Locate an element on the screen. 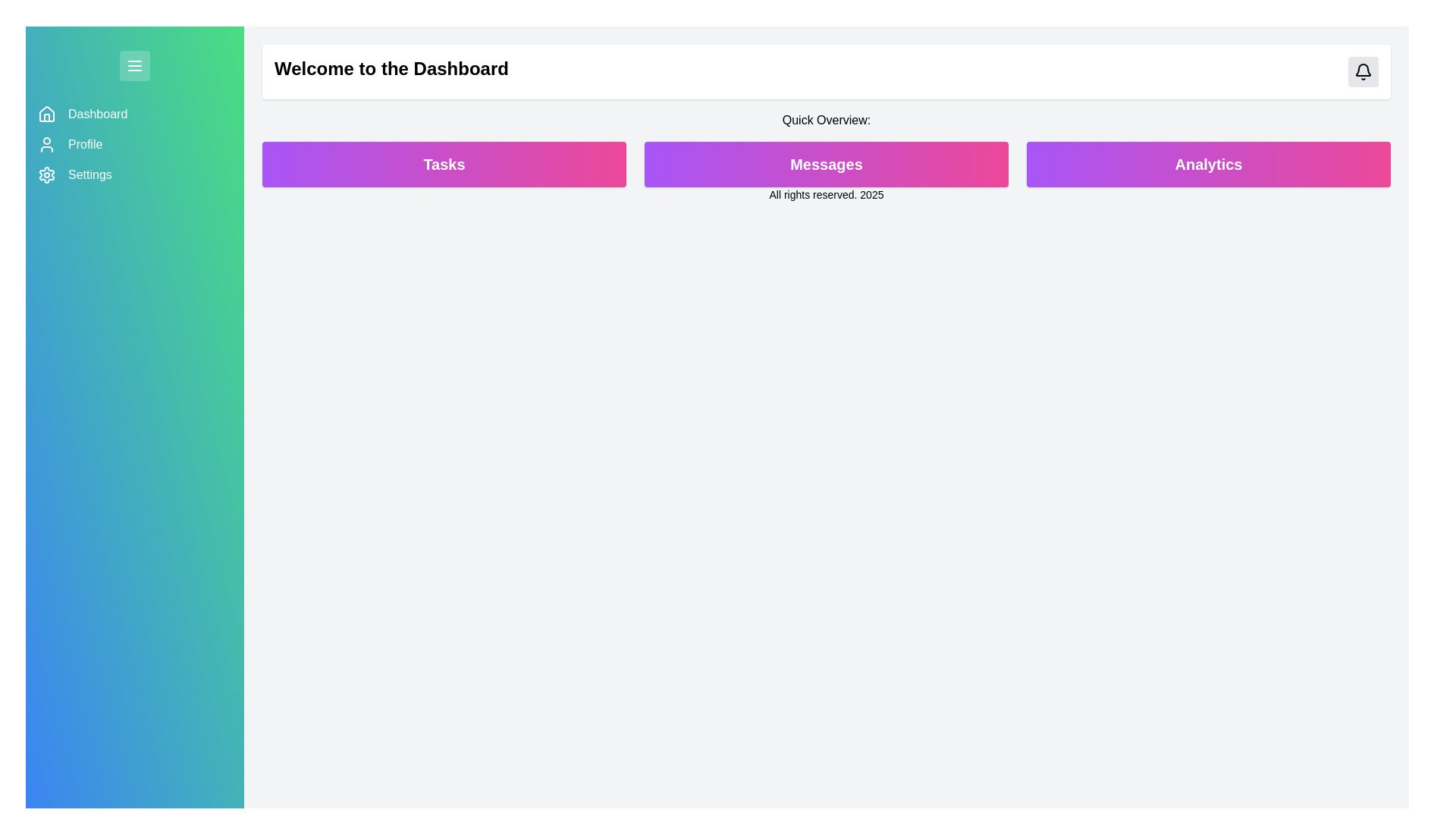 The height and width of the screenshot is (819, 1456). the 'Messages' labeled section button is located at coordinates (825, 164).